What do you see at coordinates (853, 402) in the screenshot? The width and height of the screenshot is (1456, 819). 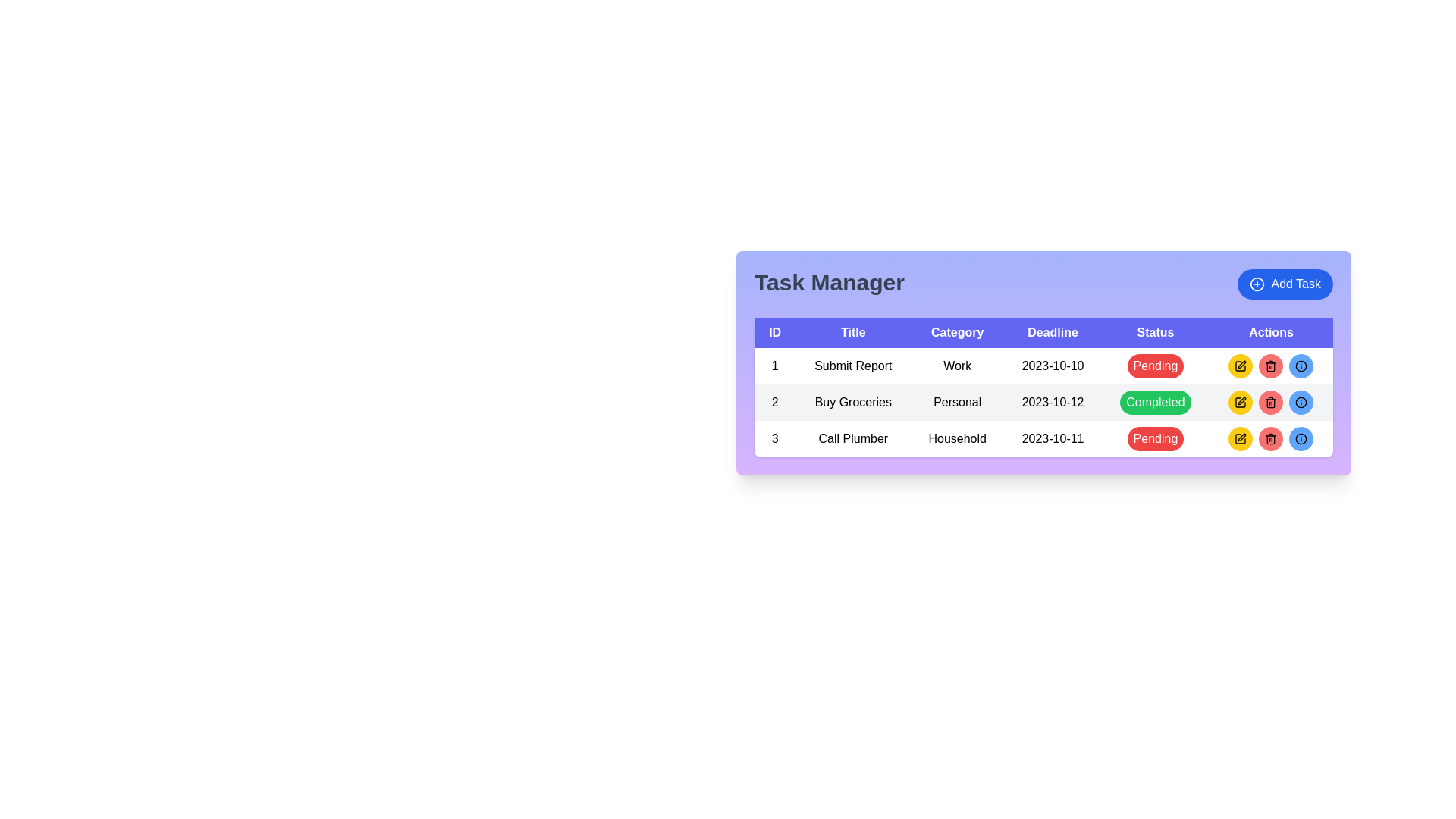 I see `the 'Buy Groceries' text label, which is the second item under the 'Title' column in the Task Manager section, displayed in black on a light gray background` at bounding box center [853, 402].